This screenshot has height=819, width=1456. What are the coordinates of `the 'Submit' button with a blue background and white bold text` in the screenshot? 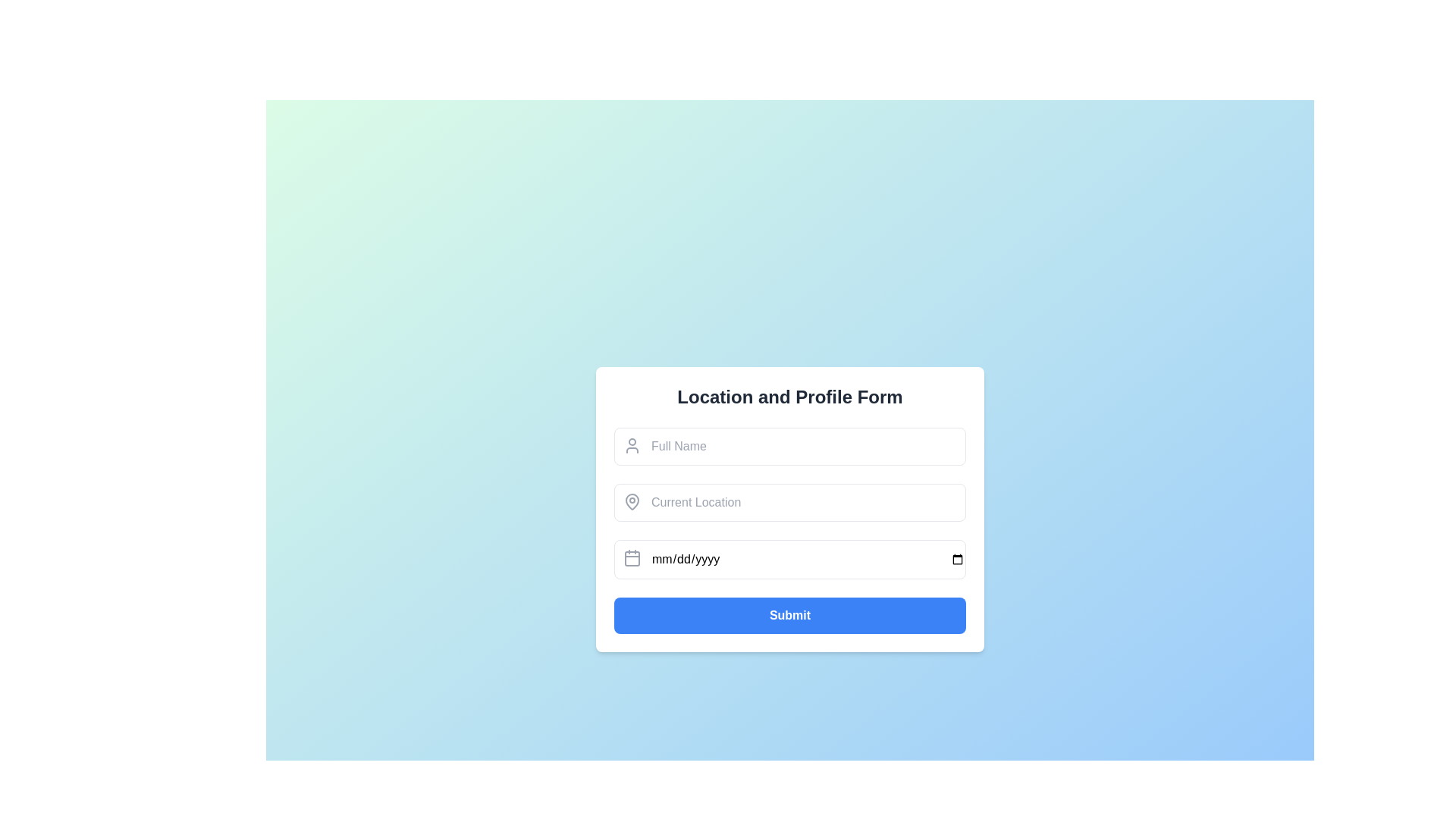 It's located at (789, 616).